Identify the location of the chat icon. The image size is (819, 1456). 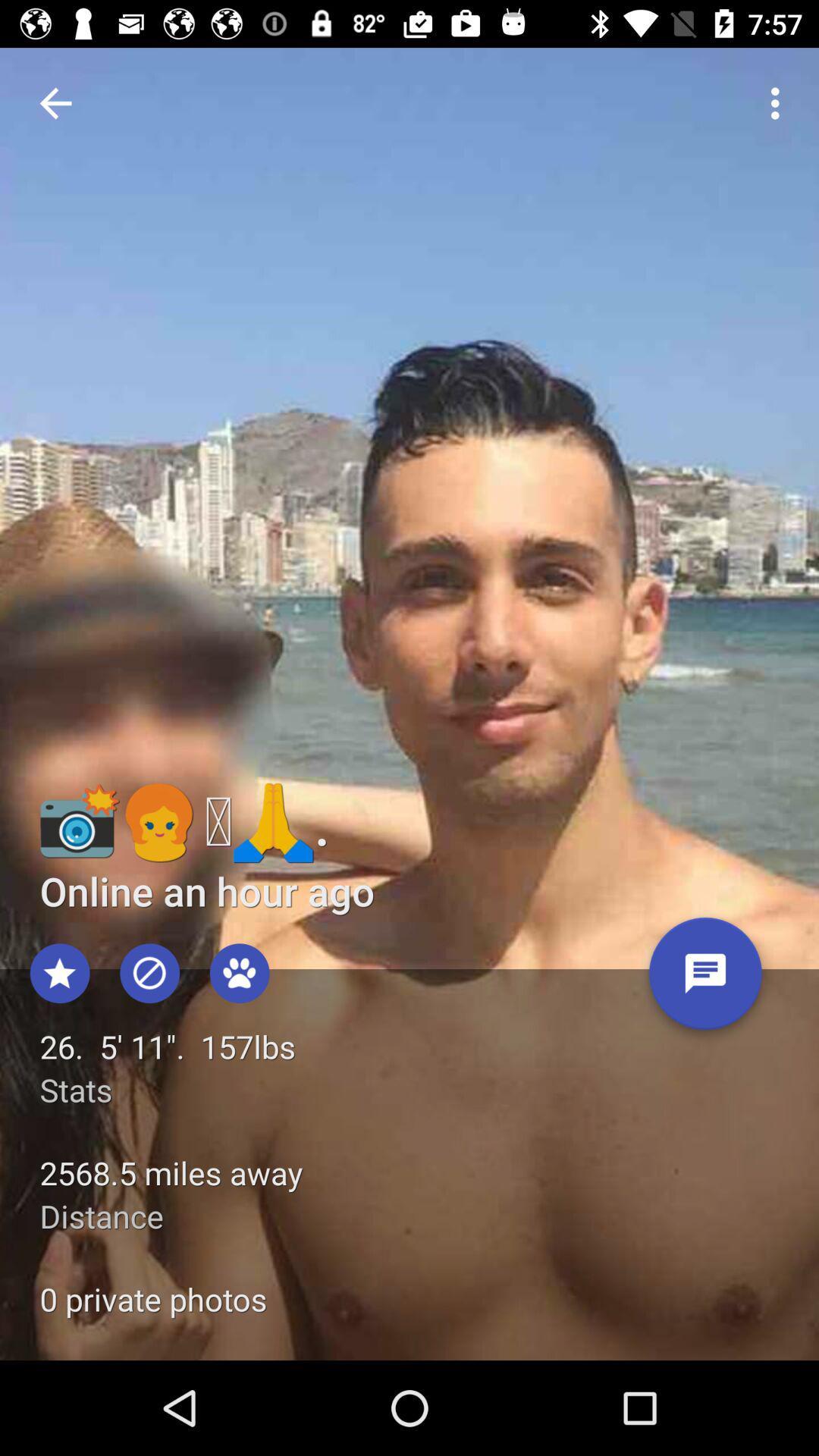
(705, 979).